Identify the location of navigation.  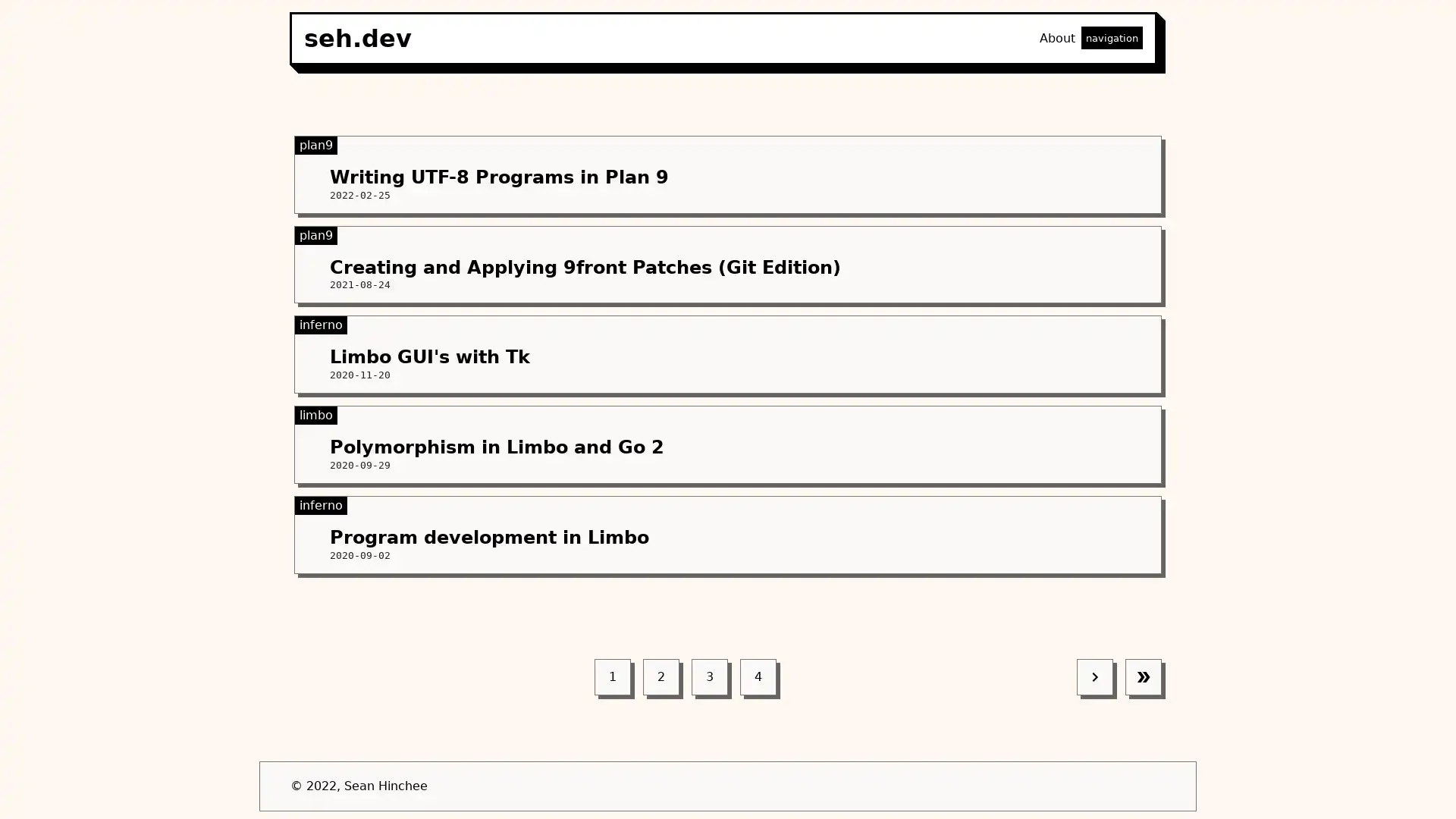
(1112, 37).